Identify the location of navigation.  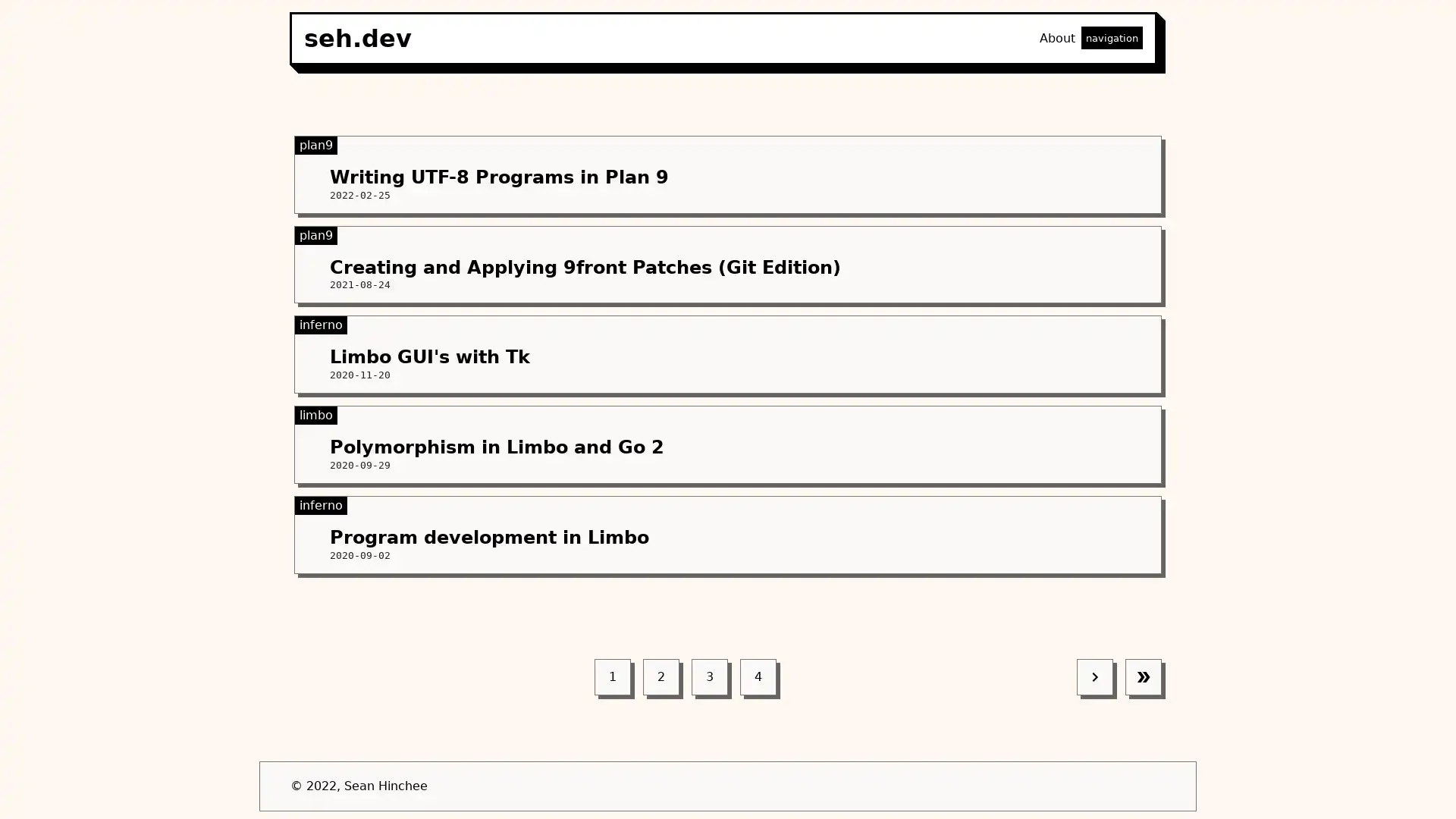
(1112, 37).